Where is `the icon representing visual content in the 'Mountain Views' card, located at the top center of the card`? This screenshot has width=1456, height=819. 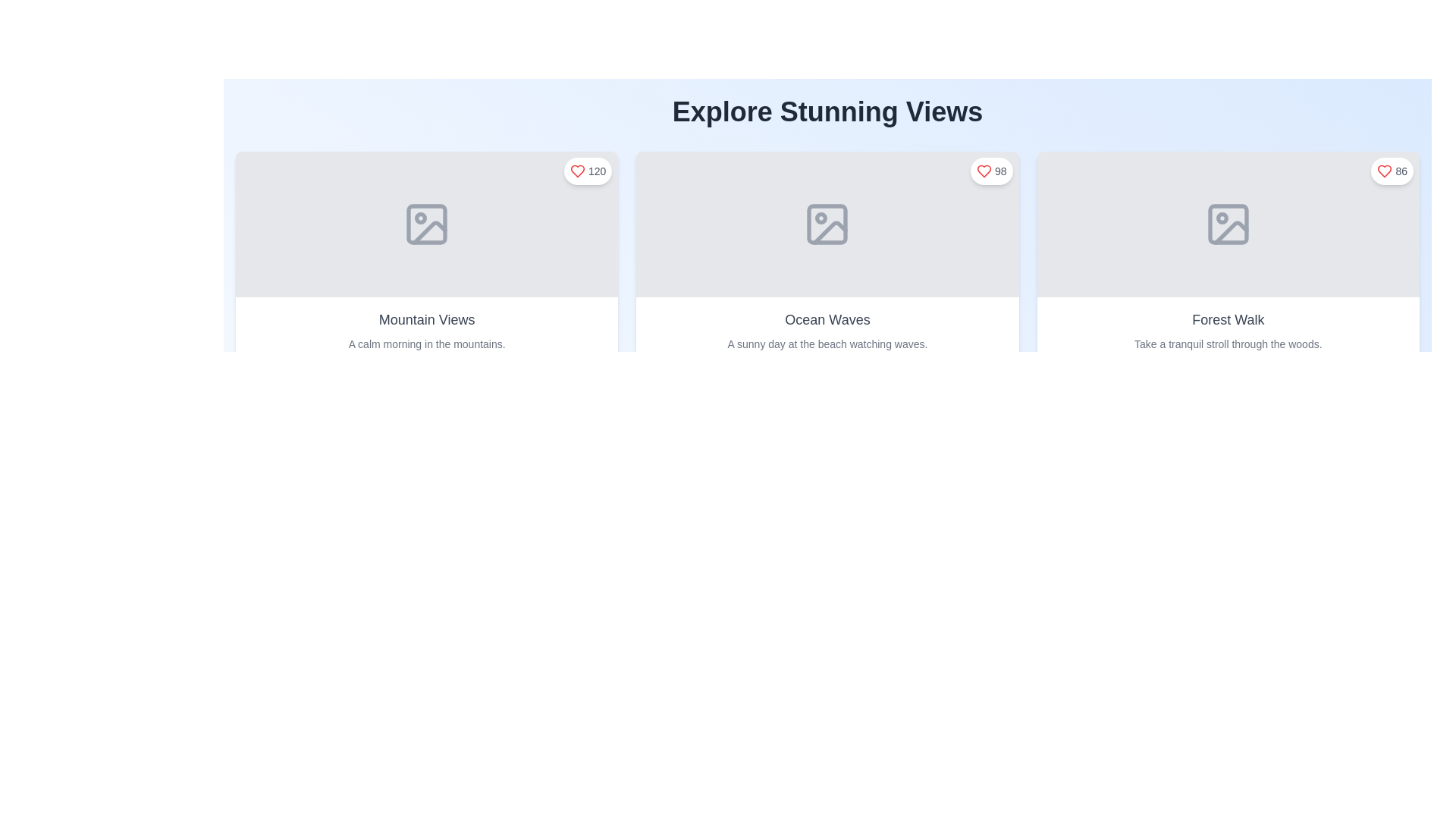
the icon representing visual content in the 'Mountain Views' card, located at the top center of the card is located at coordinates (426, 224).